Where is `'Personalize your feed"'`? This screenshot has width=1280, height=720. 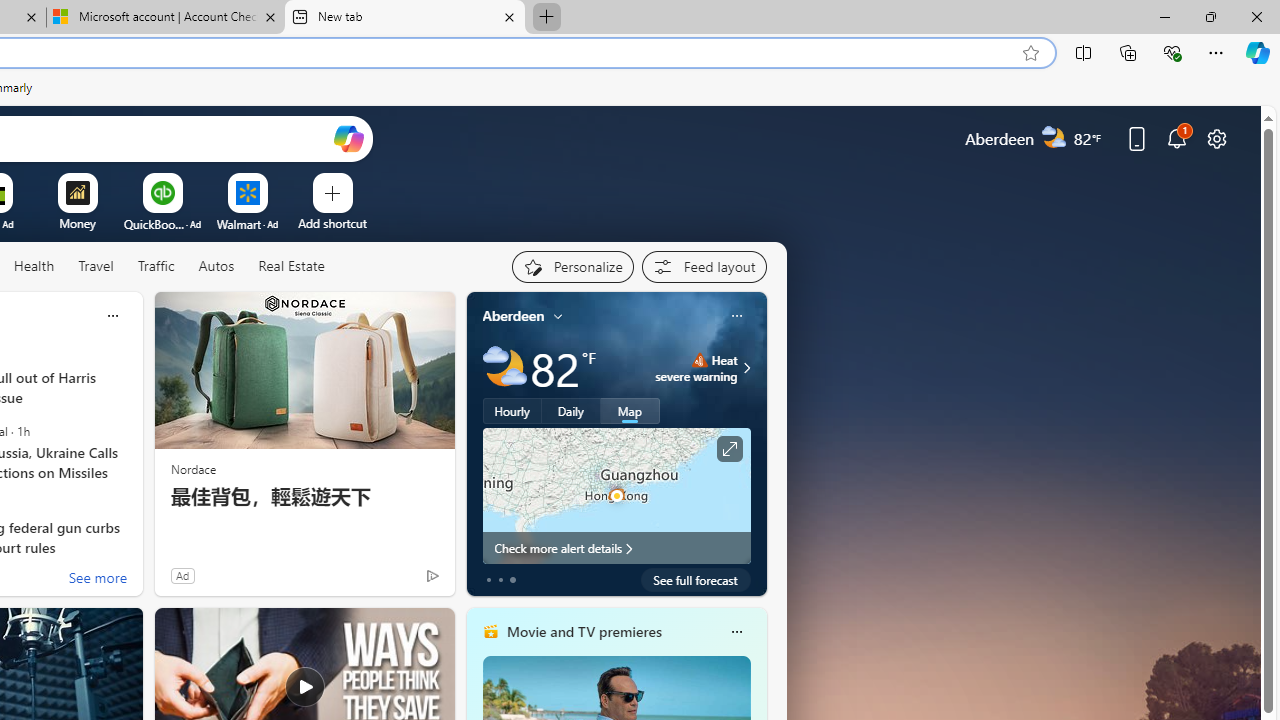 'Personalize your feed"' is located at coordinates (571, 266).